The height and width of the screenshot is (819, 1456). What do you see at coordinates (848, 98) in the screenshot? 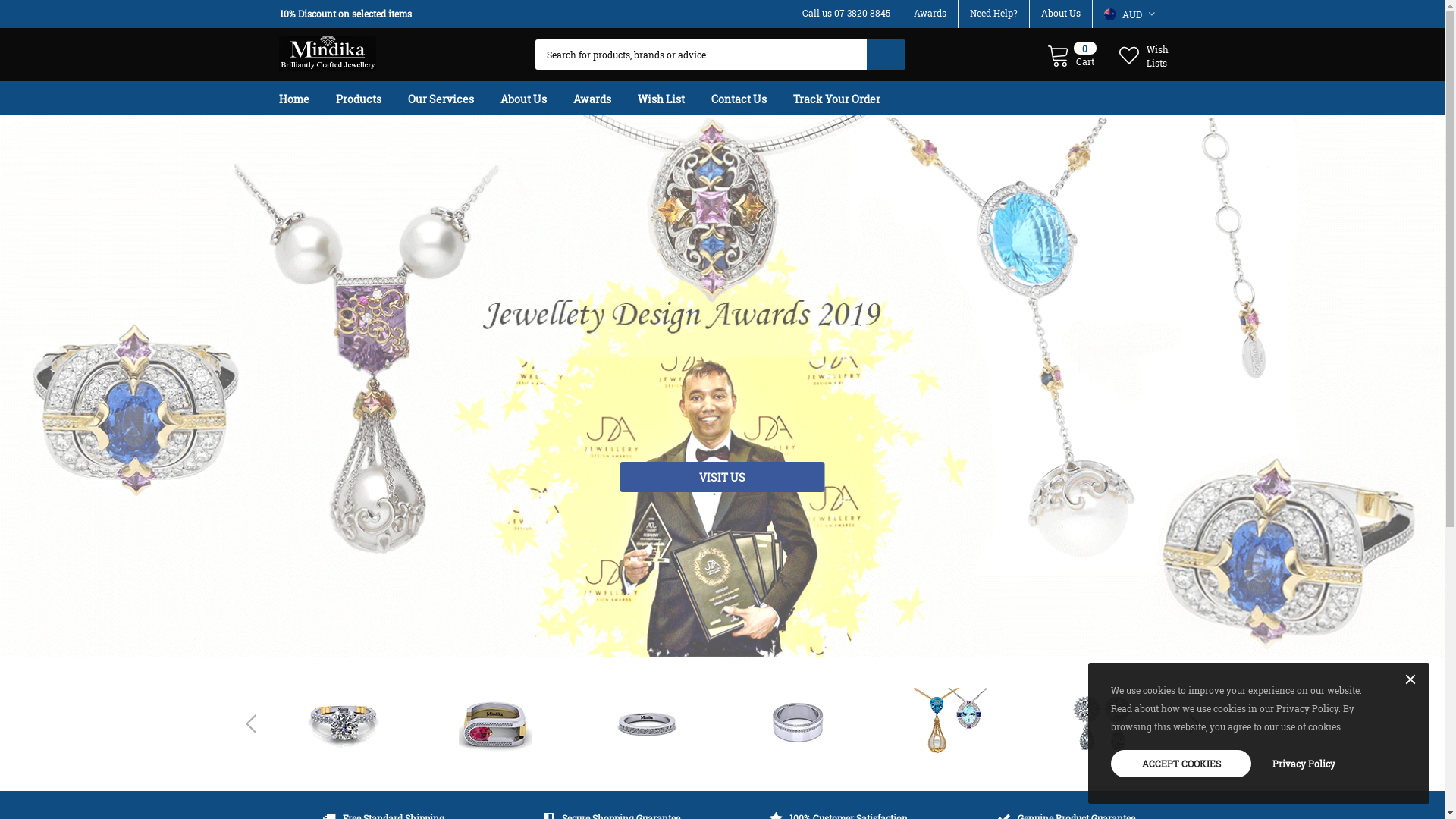
I see `'Track Your Order'` at bounding box center [848, 98].